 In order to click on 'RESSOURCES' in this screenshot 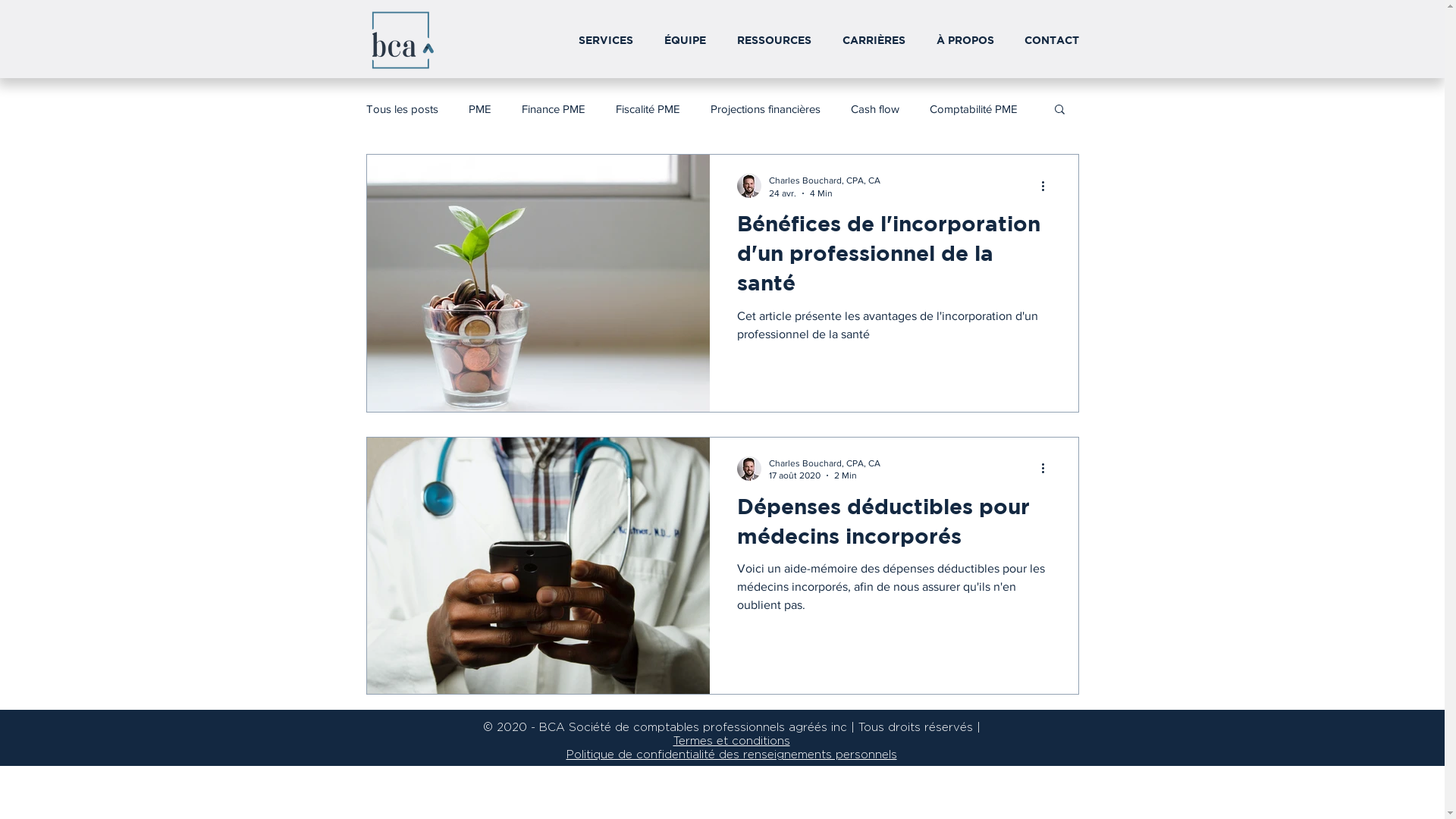, I will do `click(774, 39)`.